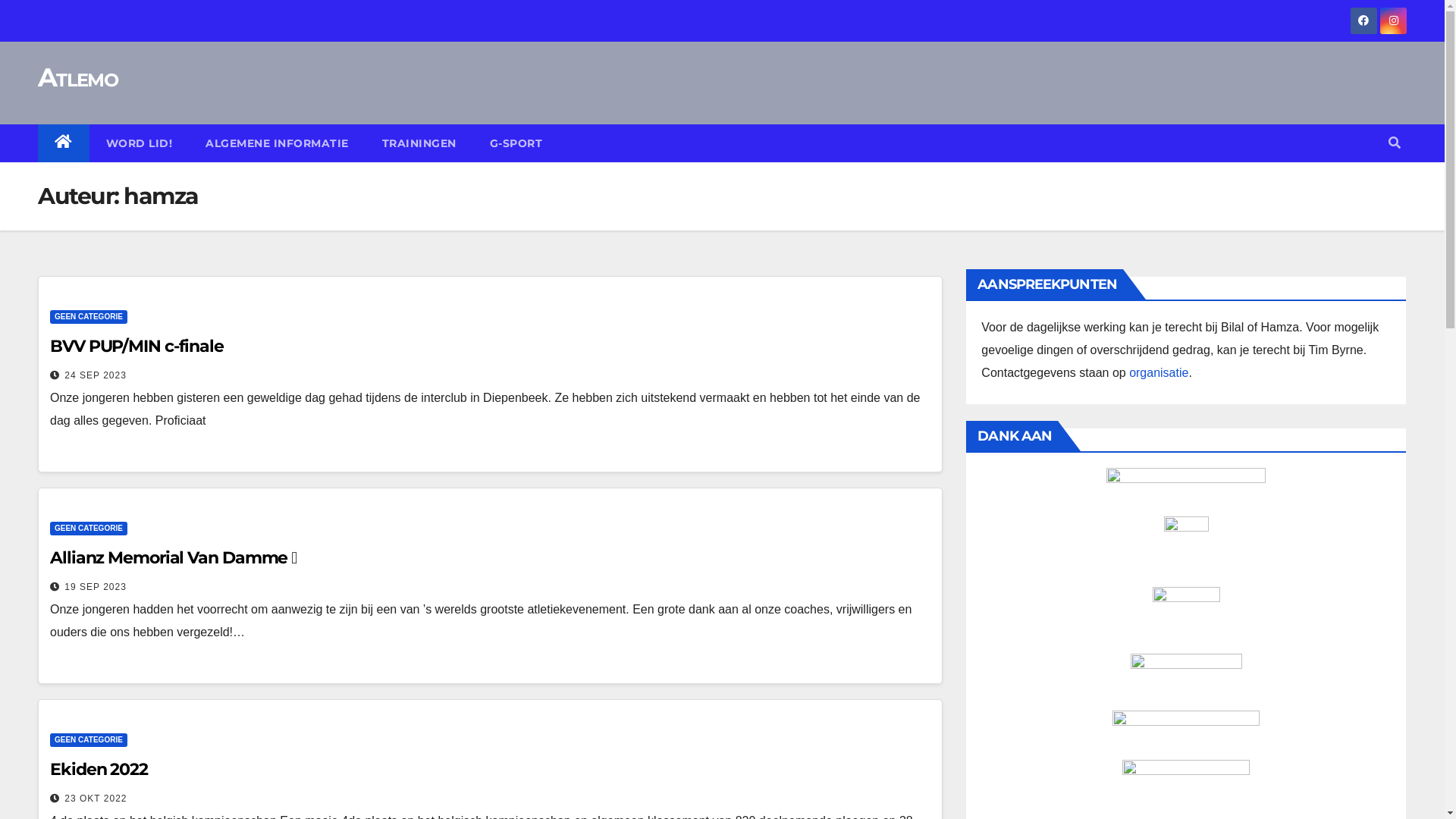 Image resolution: width=1456 pixels, height=819 pixels. I want to click on 'GEEN CATEGORIE', so click(87, 315).